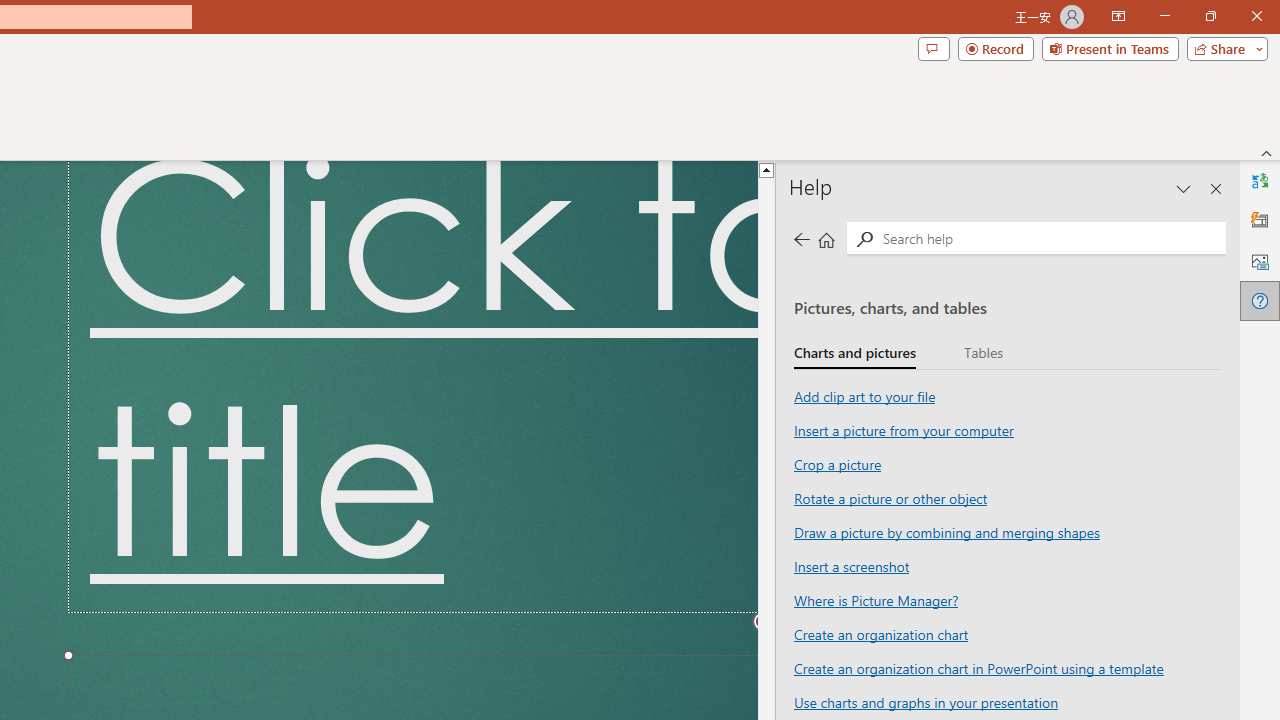 The image size is (1280, 720). I want to click on 'Previous page', so click(801, 238).